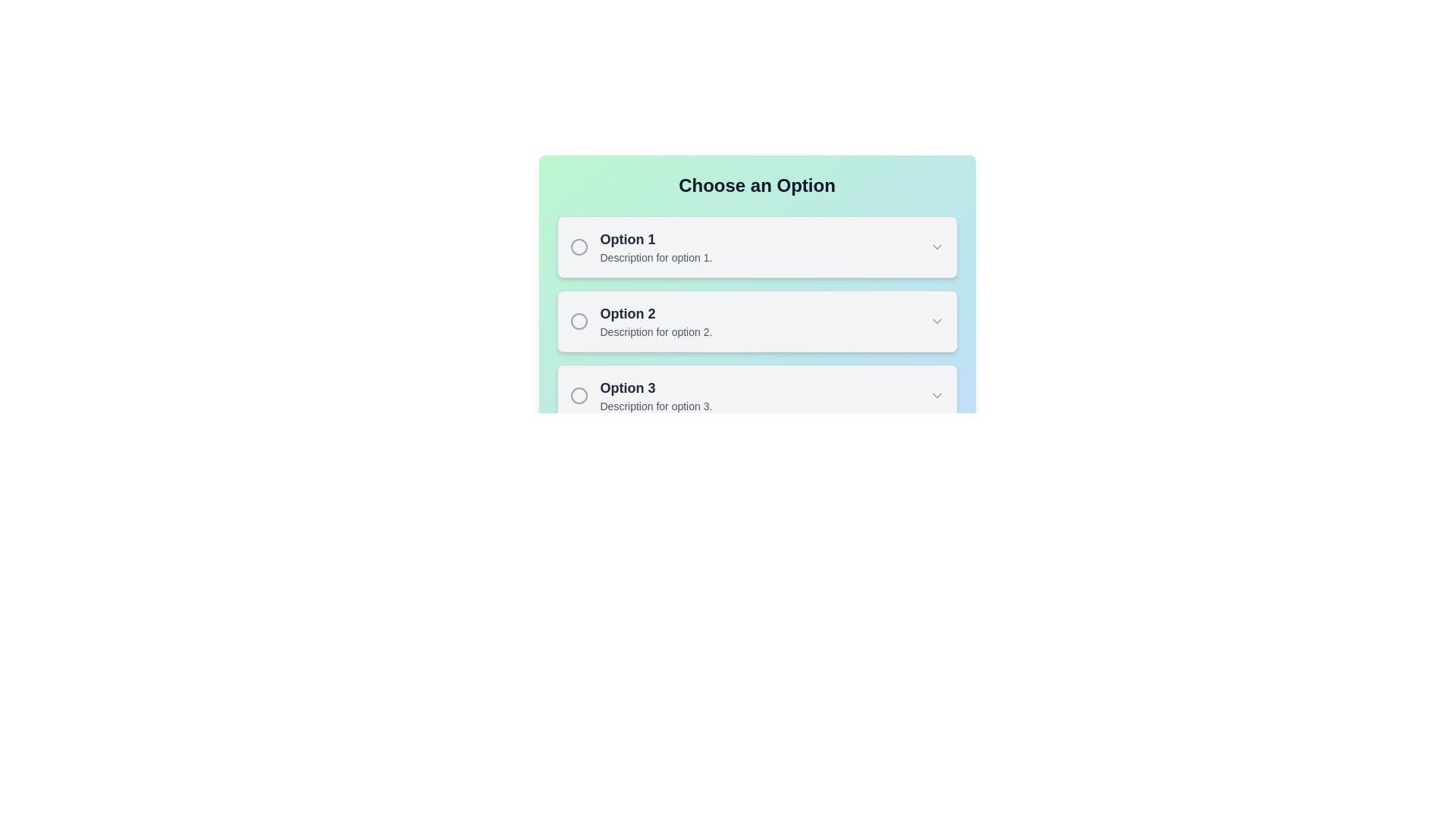 The image size is (1456, 819). I want to click on the heading element displaying 'Choose an Option', which is bold and large, positioned at the top of a card-like structure with a gradient background, so click(757, 185).